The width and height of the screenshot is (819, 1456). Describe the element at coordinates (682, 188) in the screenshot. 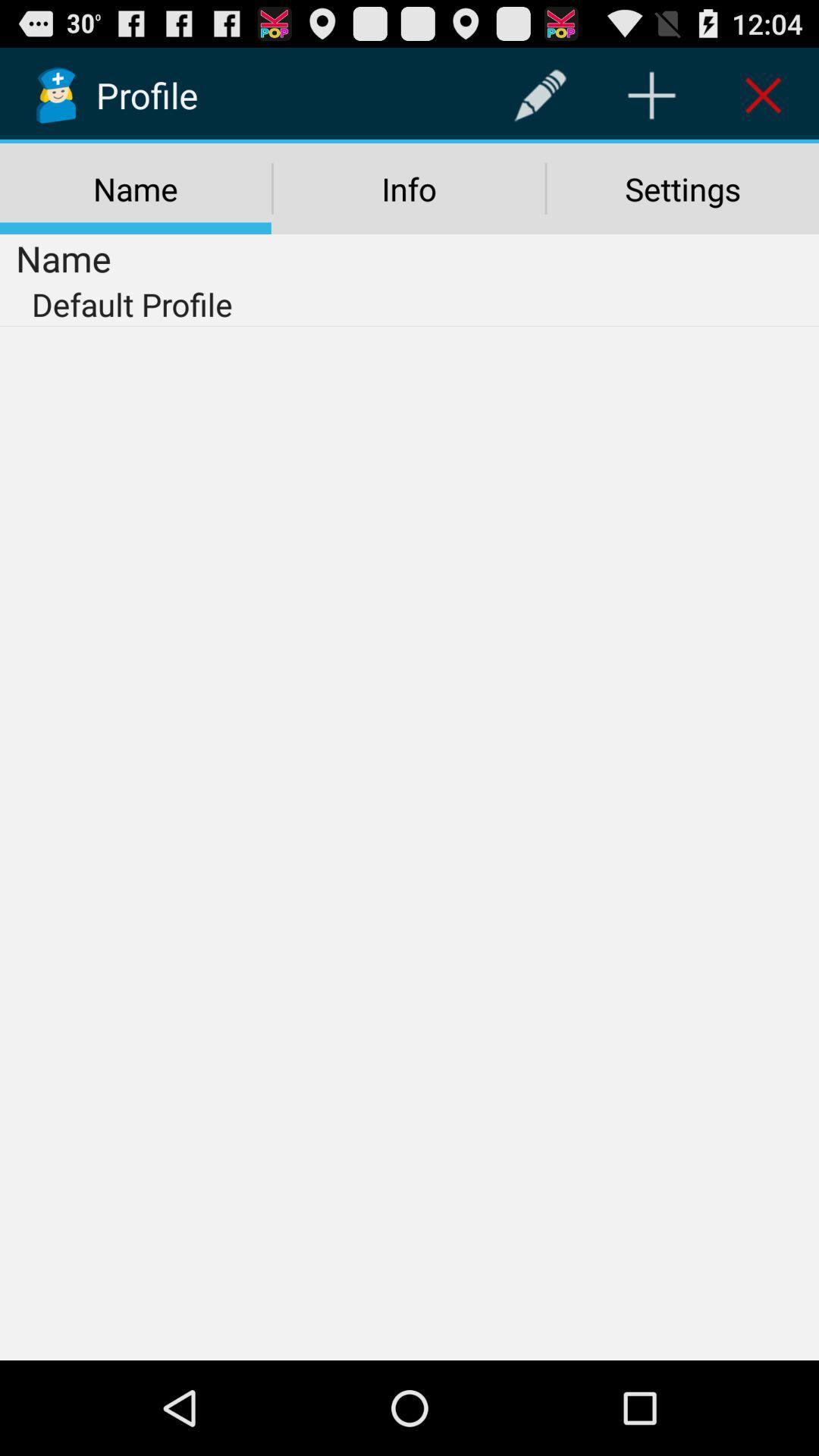

I see `the icon next to info icon` at that location.